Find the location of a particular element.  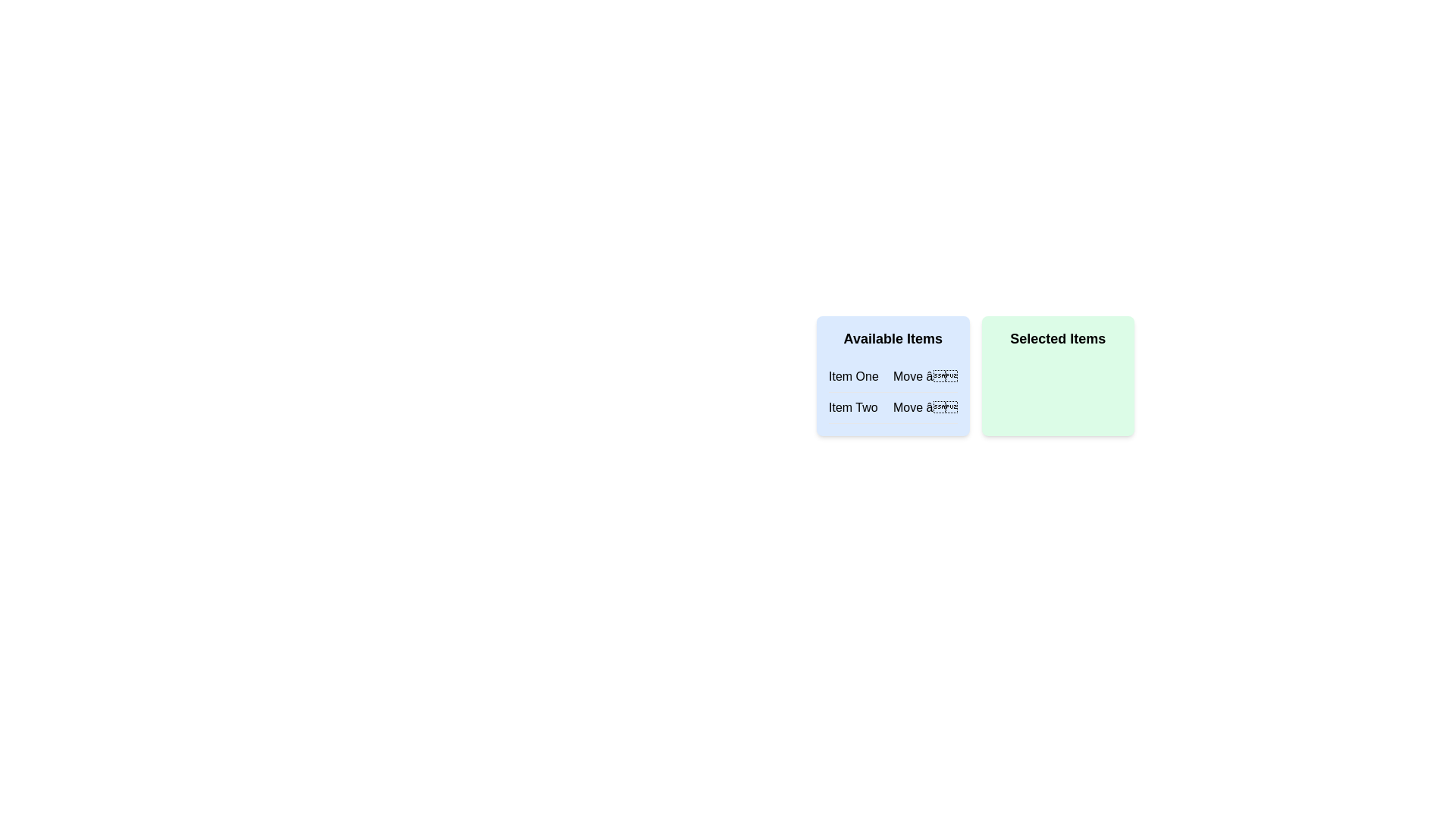

the header of Available Items group is located at coordinates (893, 338).